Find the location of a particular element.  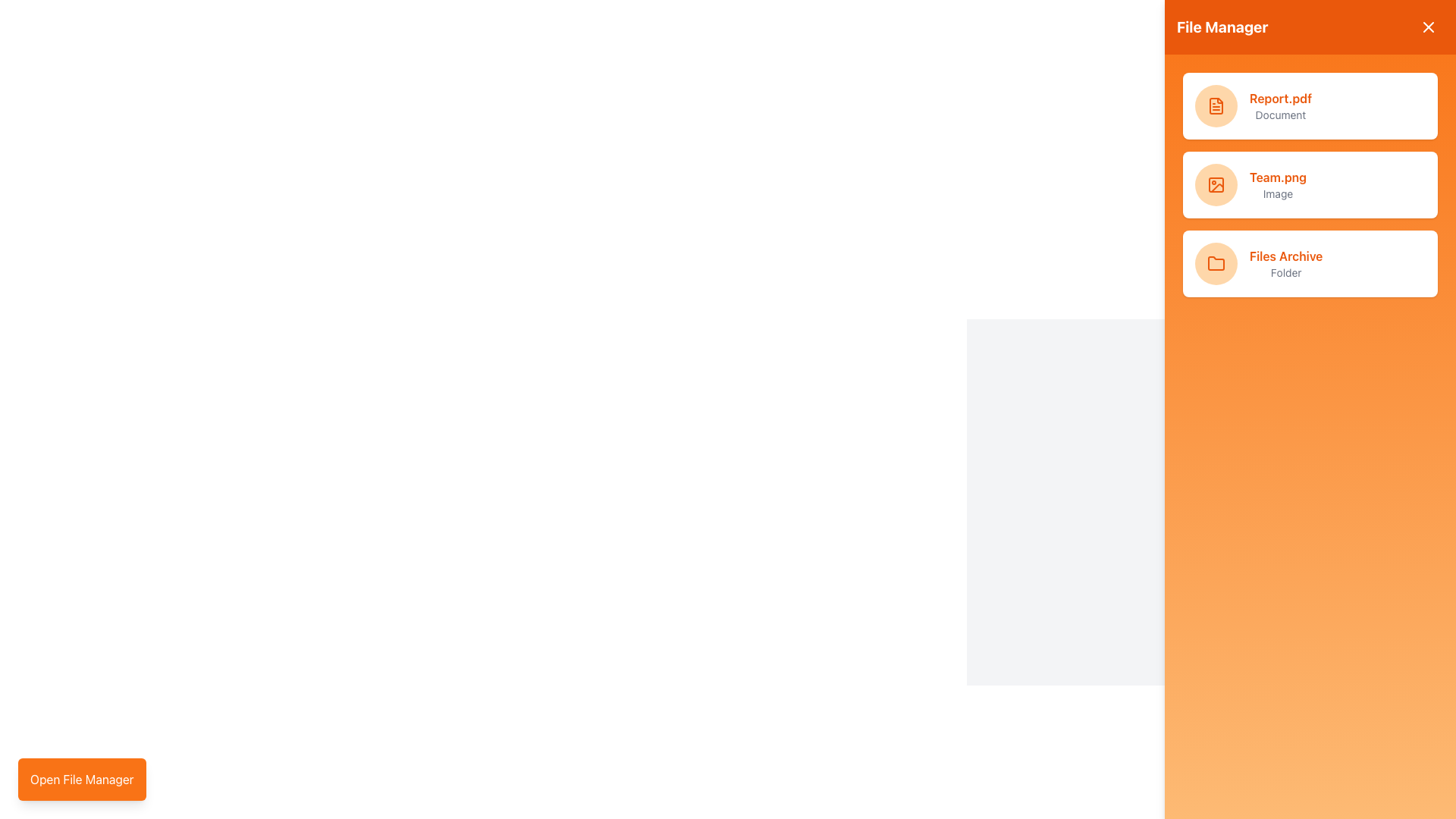

the close button located in the top-right corner of the File Manager panel is located at coordinates (1427, 27).